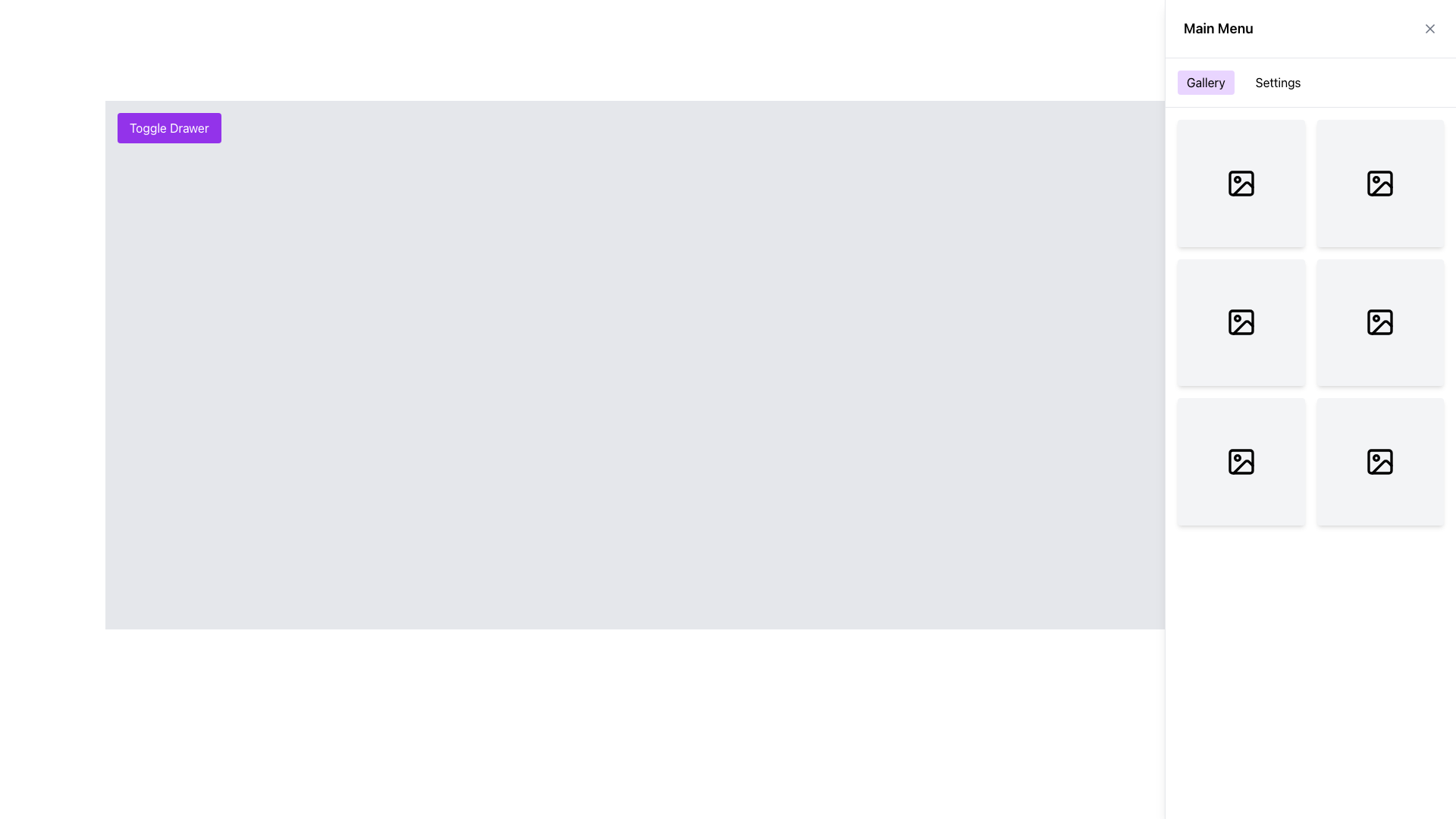 The height and width of the screenshot is (819, 1456). I want to click on the text label located in the top-right corner of the interface, which serves as a title or label for the section, positioned left of an interactive button and an icon, so click(1218, 29).